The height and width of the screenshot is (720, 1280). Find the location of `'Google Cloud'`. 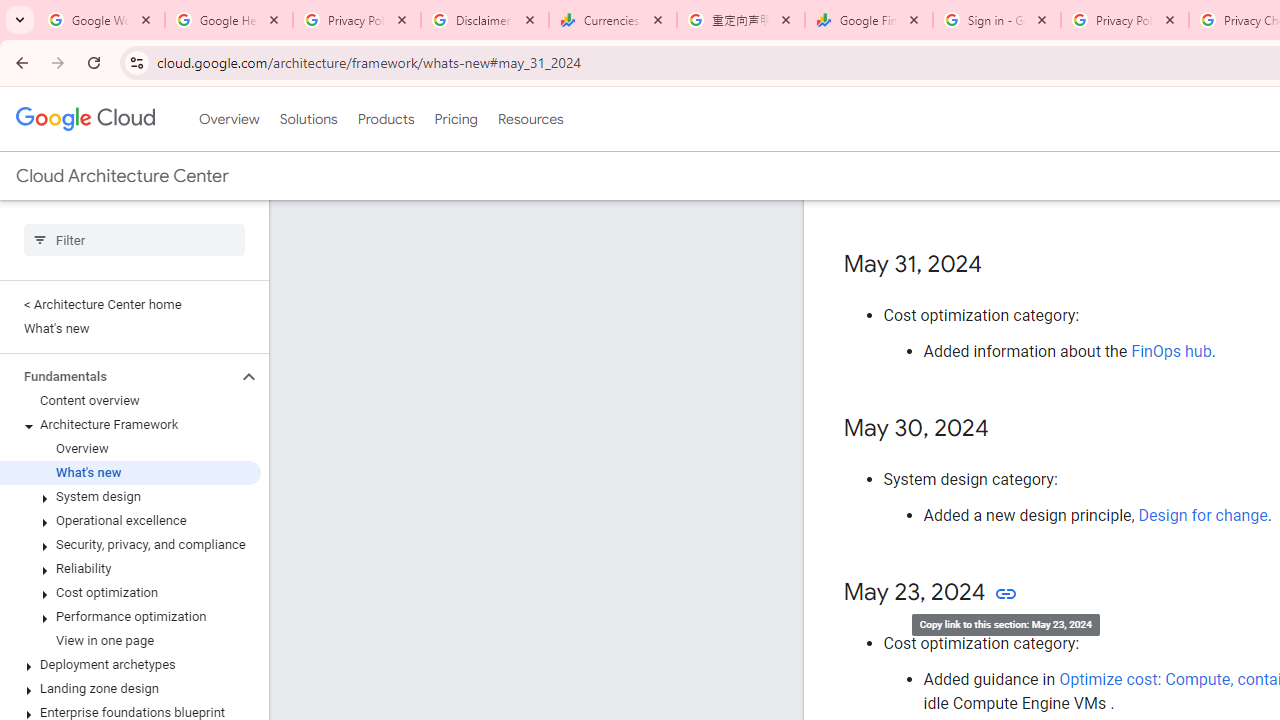

'Google Cloud' is located at coordinates (84, 119).